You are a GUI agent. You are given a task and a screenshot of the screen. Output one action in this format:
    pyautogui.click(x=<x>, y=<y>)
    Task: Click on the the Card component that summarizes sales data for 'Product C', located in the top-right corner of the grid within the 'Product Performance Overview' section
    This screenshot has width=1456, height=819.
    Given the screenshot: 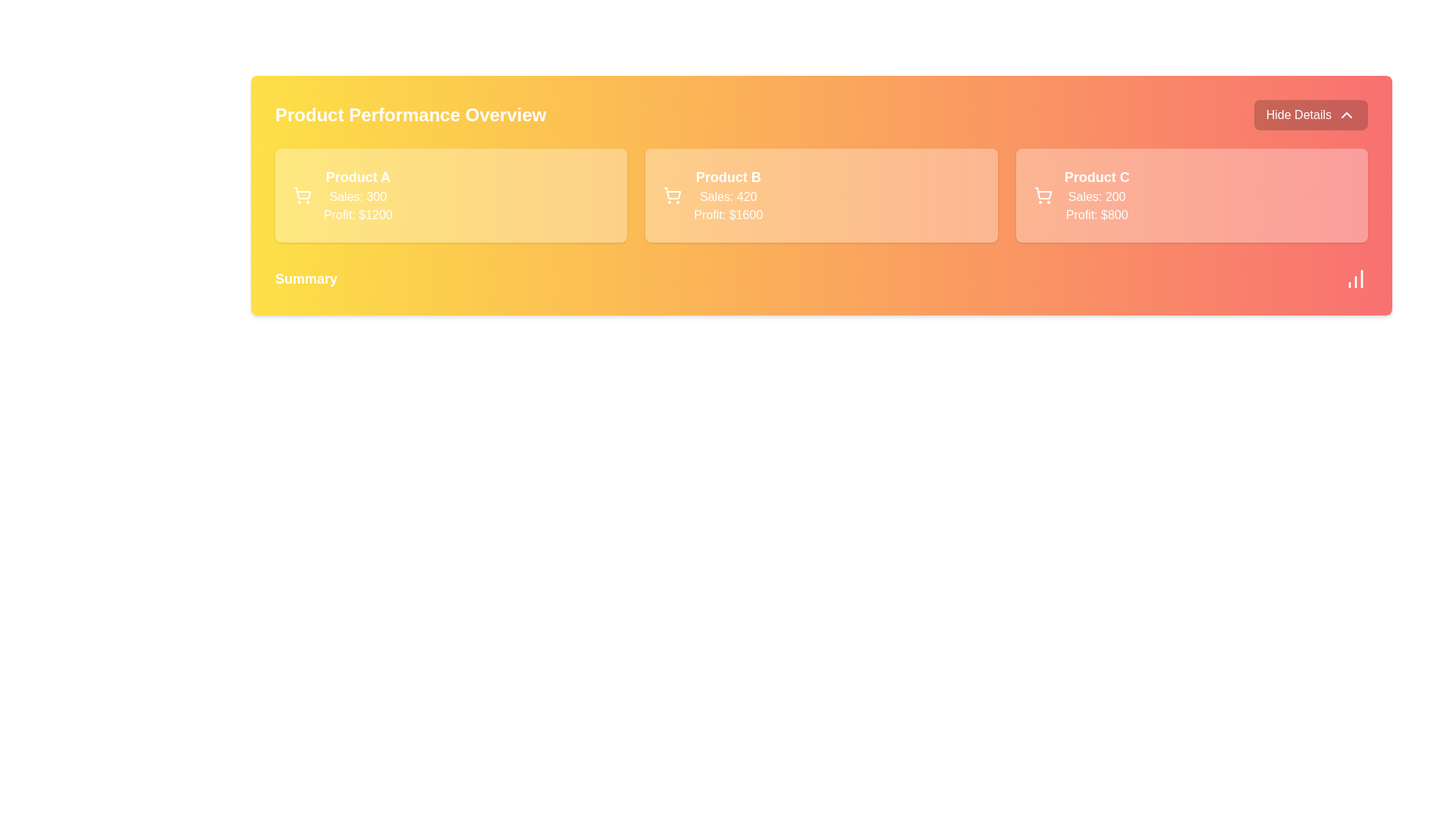 What is the action you would take?
    pyautogui.click(x=1191, y=195)
    